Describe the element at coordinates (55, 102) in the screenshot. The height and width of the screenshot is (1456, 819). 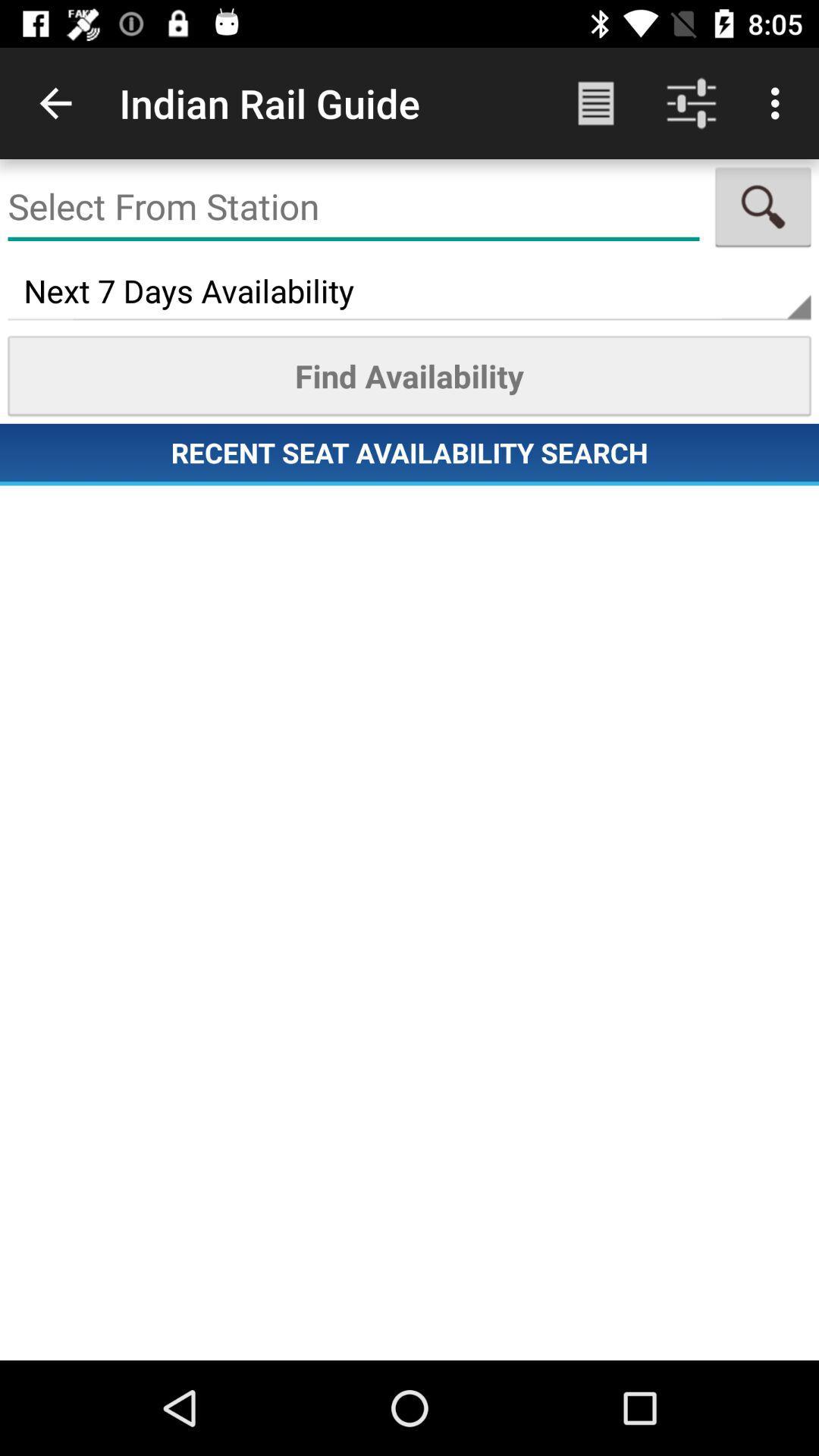
I see `icon to the left of indian rail guide item` at that location.